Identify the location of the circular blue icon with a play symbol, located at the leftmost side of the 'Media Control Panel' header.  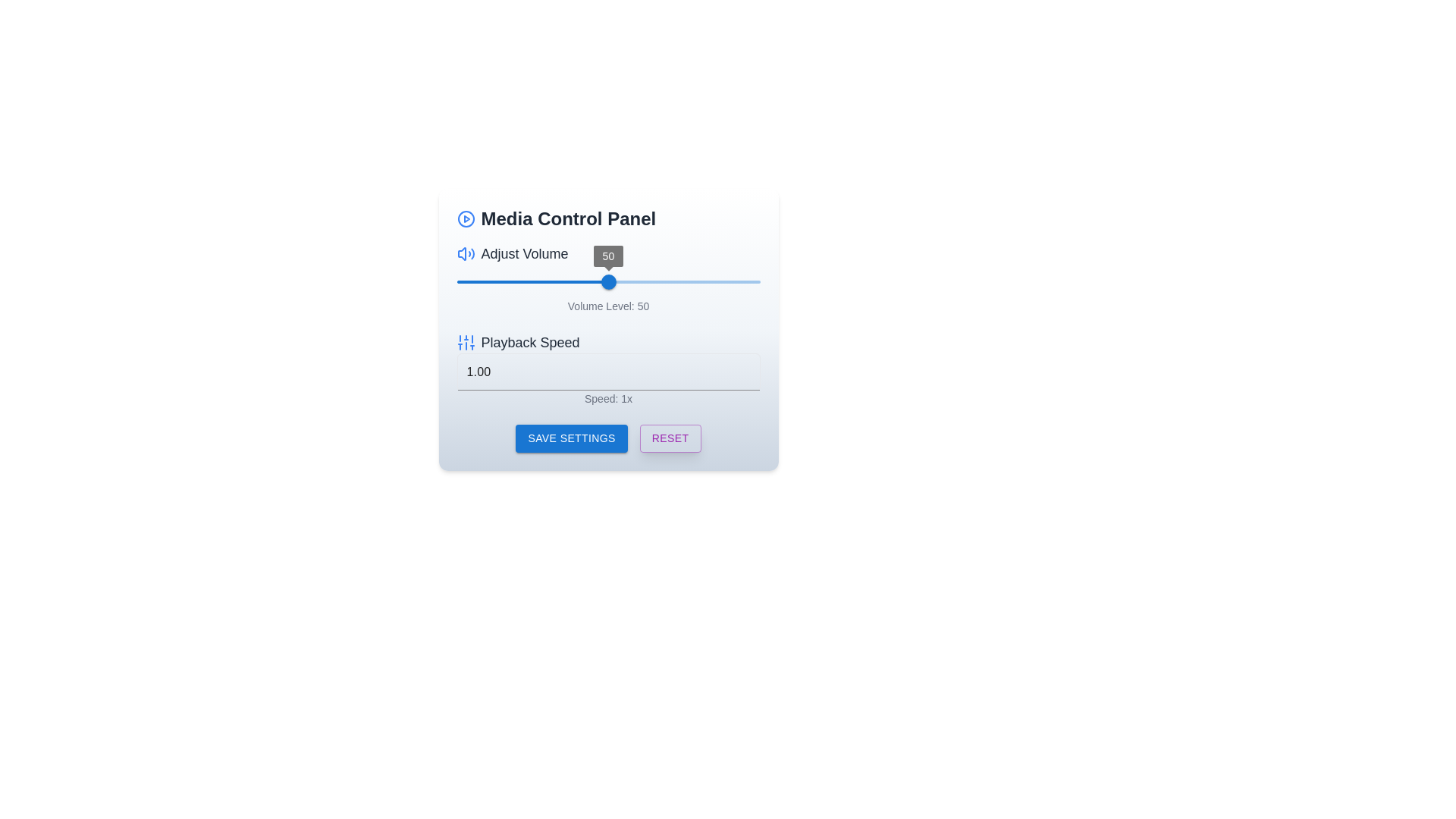
(465, 219).